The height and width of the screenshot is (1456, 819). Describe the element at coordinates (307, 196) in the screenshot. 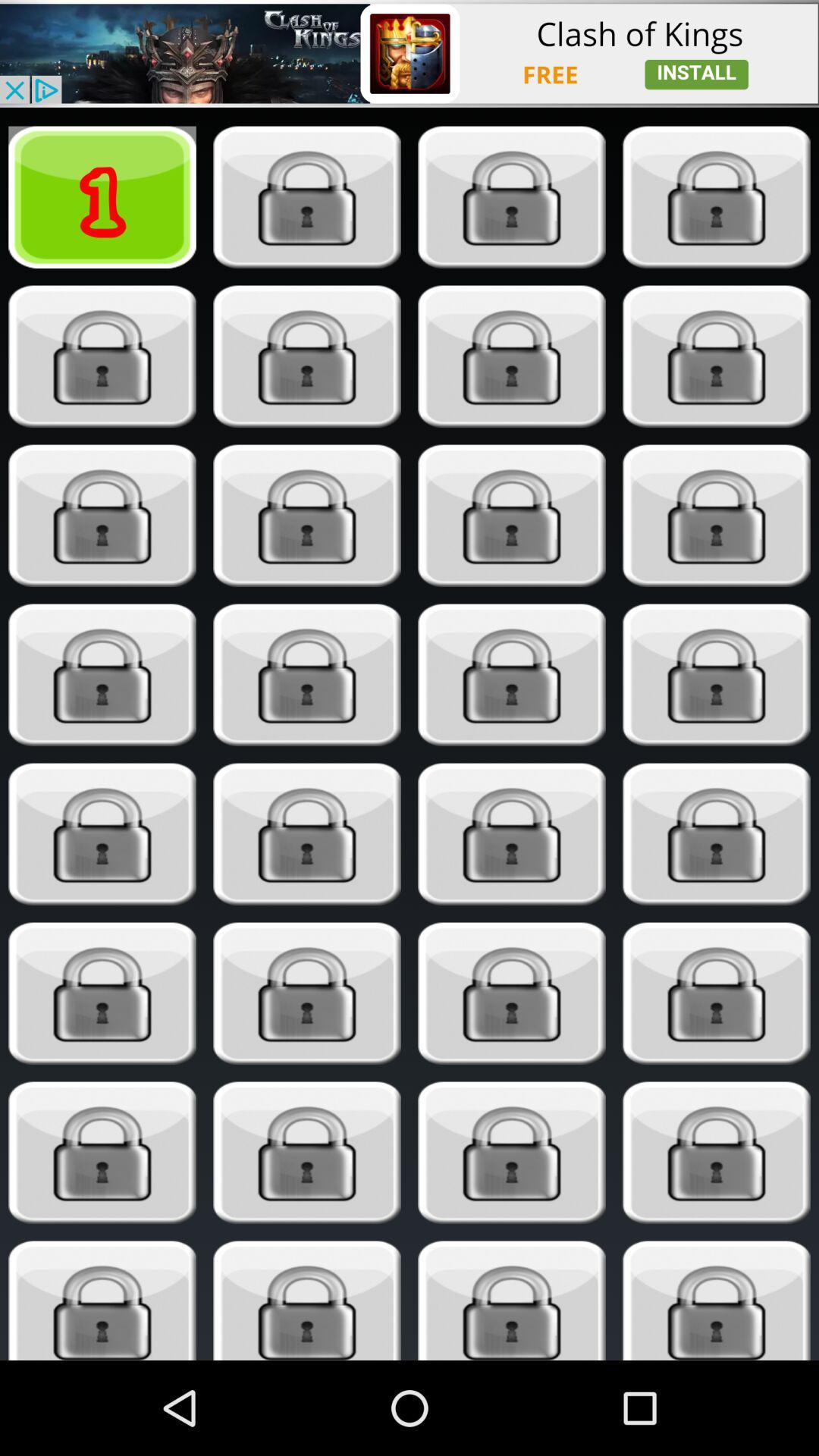

I see `open the locked box` at that location.